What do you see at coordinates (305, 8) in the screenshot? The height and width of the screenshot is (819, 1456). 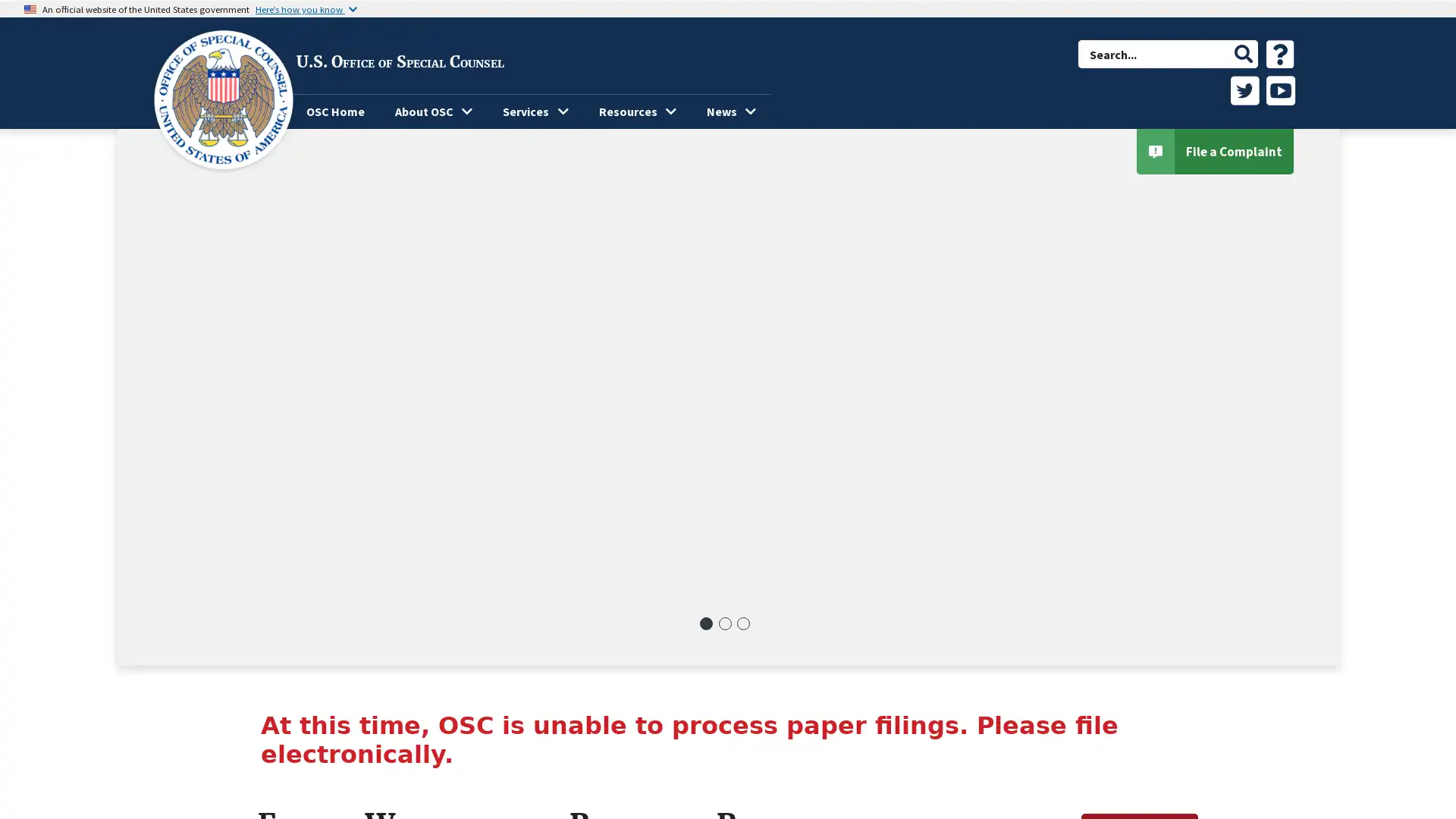 I see `Heres how you know` at bounding box center [305, 8].